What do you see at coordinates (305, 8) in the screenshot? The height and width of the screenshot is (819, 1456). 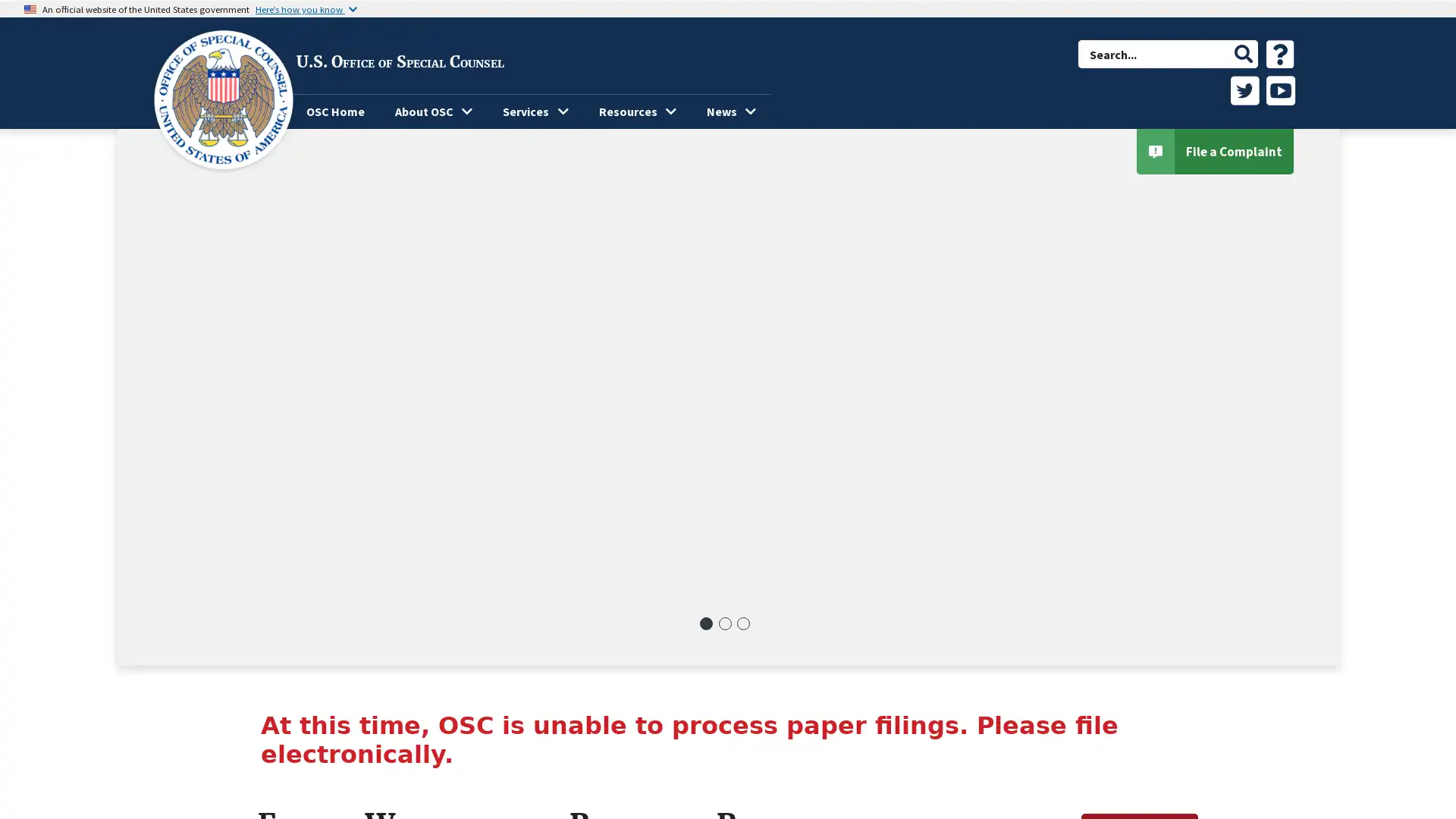 I see `Heres how you know` at bounding box center [305, 8].